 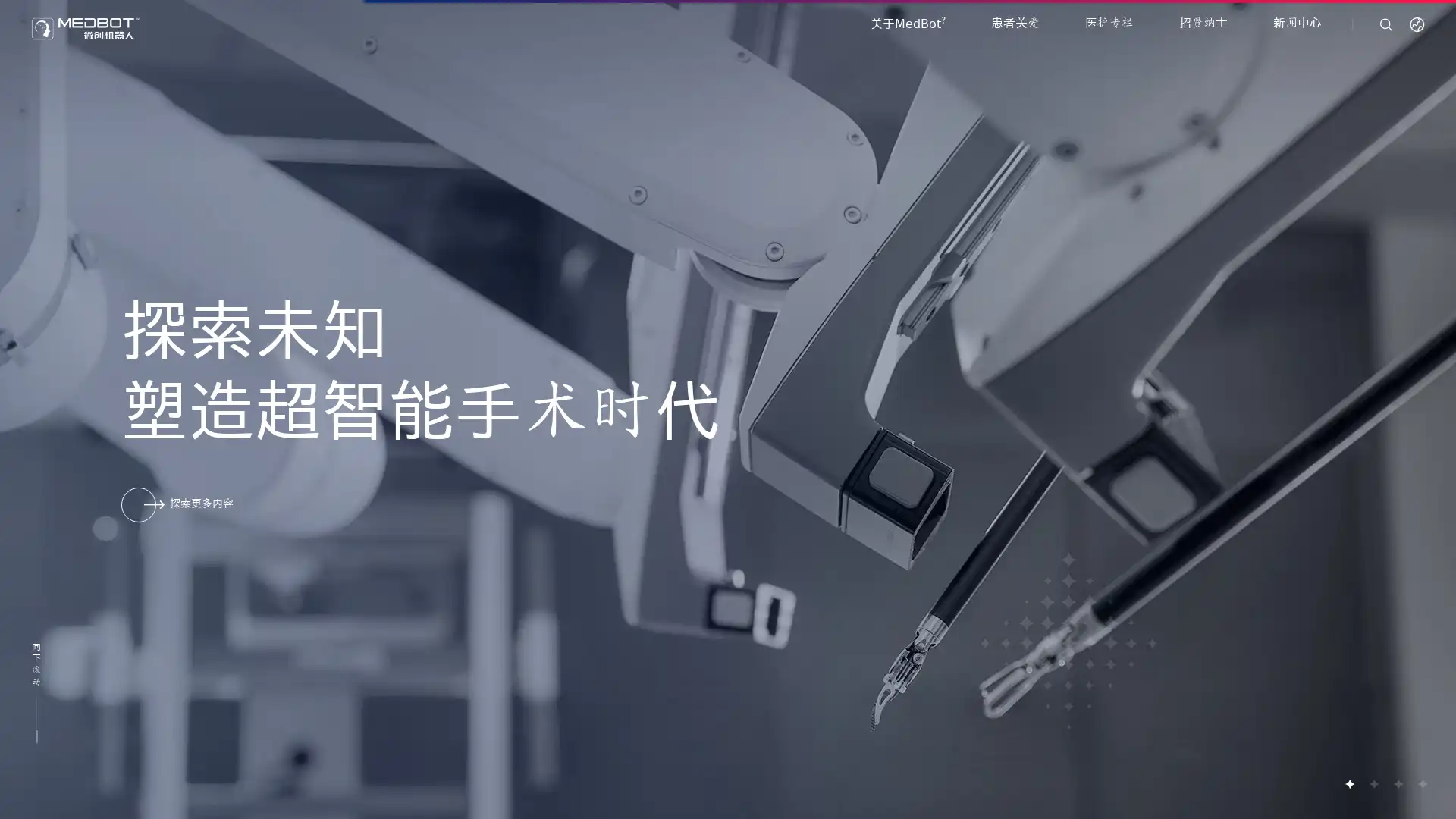 I want to click on Go to slide 3, so click(x=1397, y=783).